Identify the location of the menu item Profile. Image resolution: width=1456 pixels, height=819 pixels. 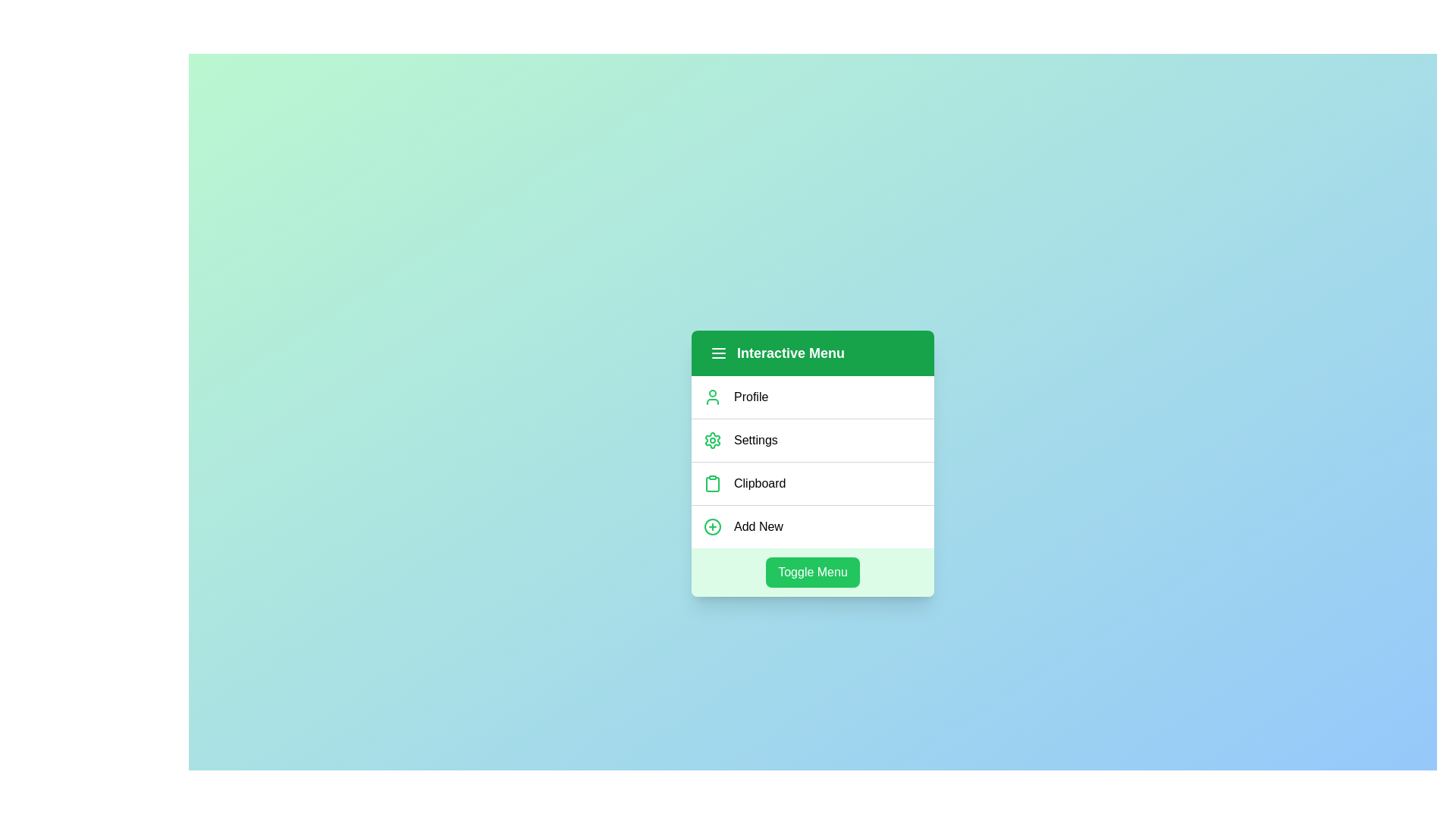
(811, 396).